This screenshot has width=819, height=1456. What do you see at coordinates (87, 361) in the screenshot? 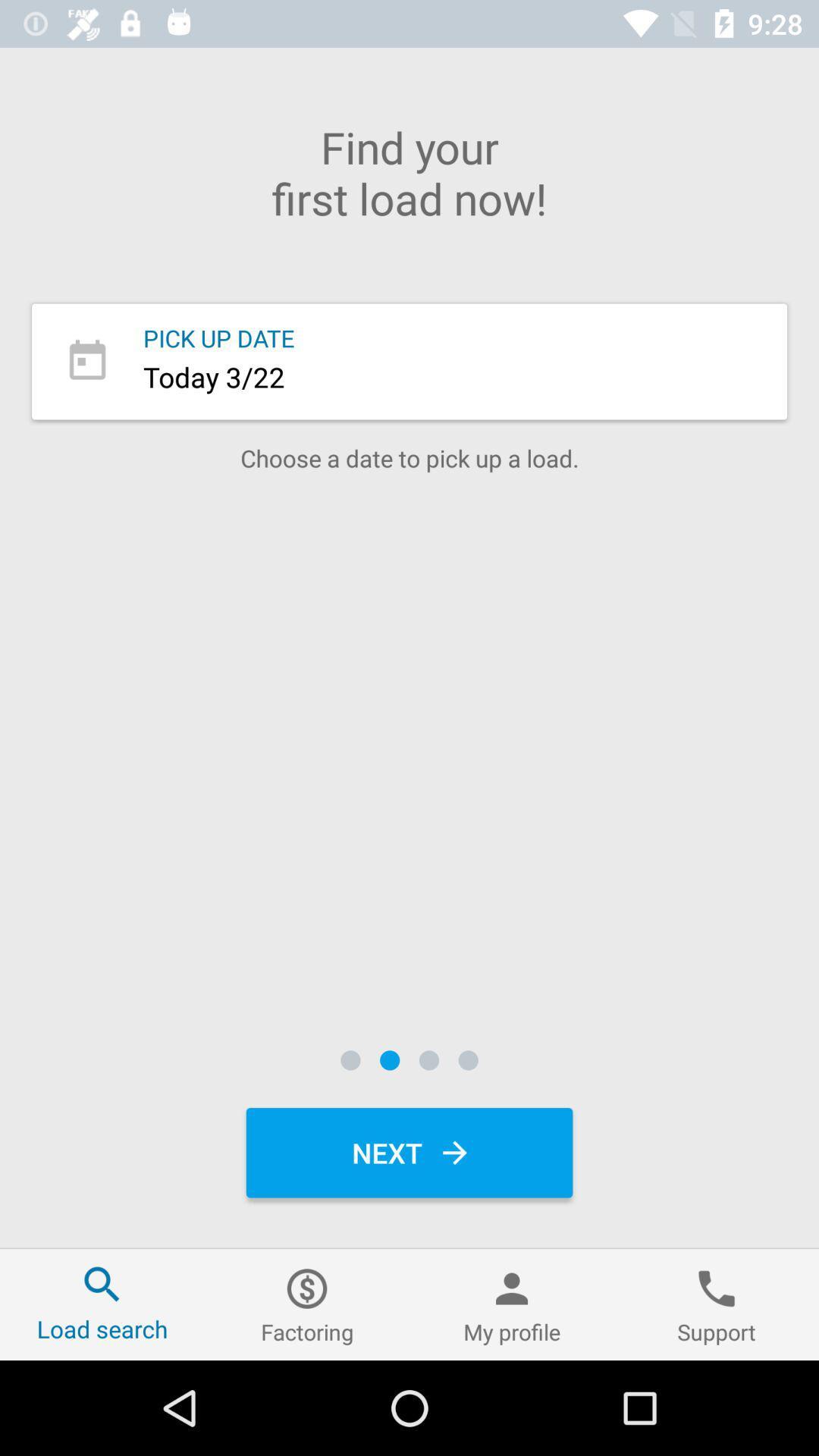
I see `icon on the left side of pick up date` at bounding box center [87, 361].